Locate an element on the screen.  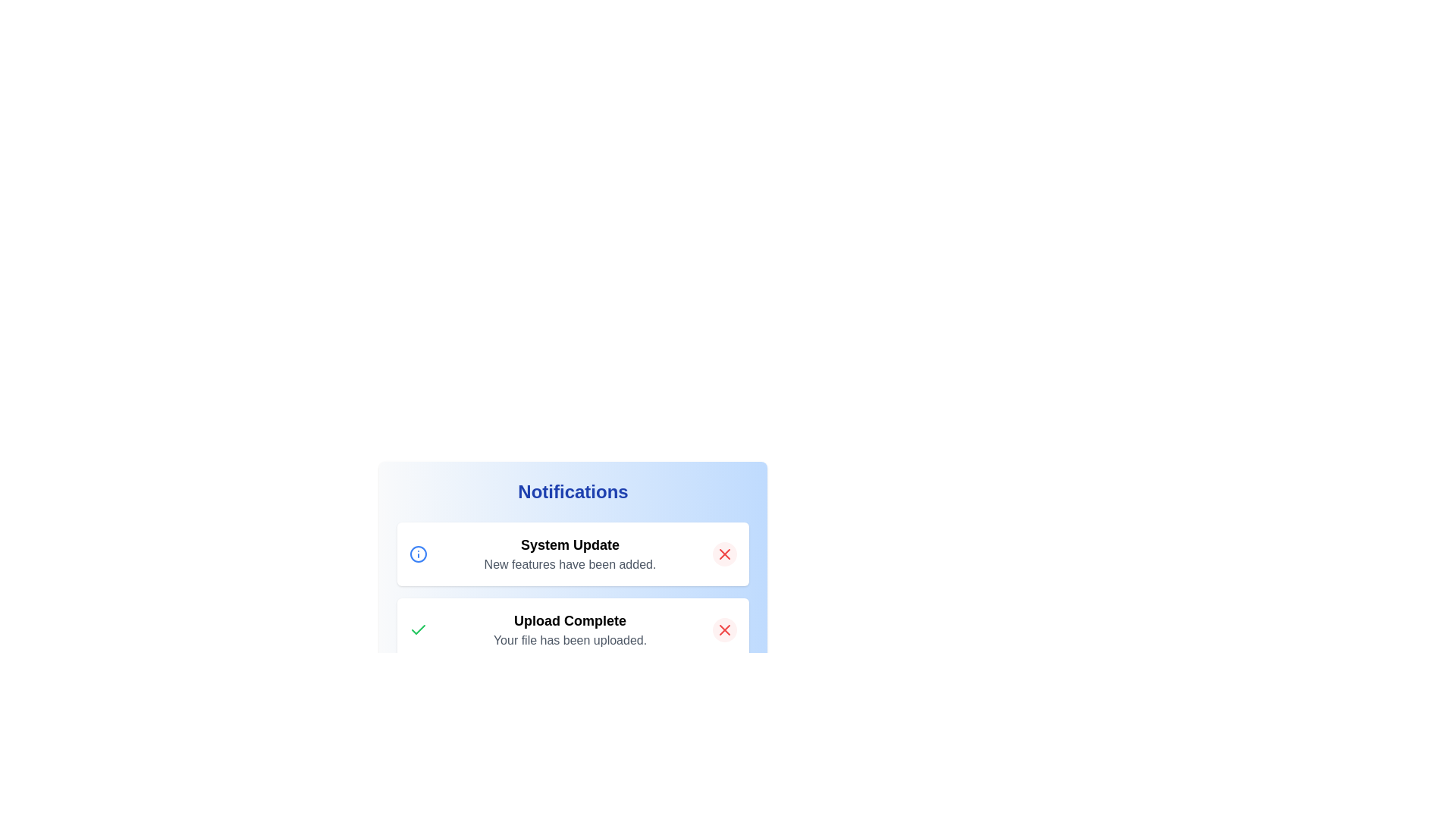
the Close button located at the top-right corner of the 'System Update' notification card is located at coordinates (723, 554).